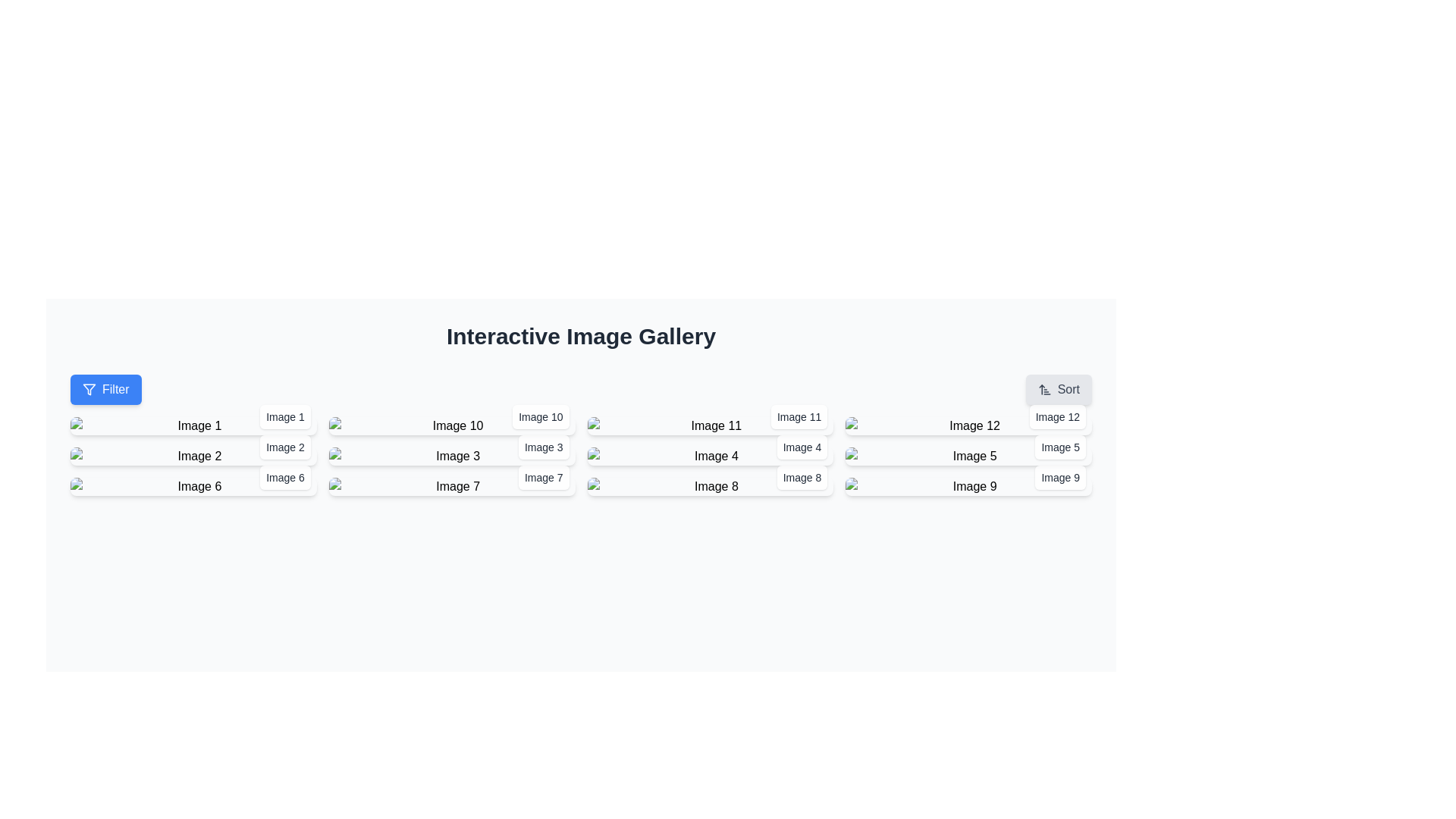 This screenshot has height=819, width=1456. I want to click on the sorting icon located to the left of the 'Sort' label in the top-right corner of the page, so click(1043, 388).